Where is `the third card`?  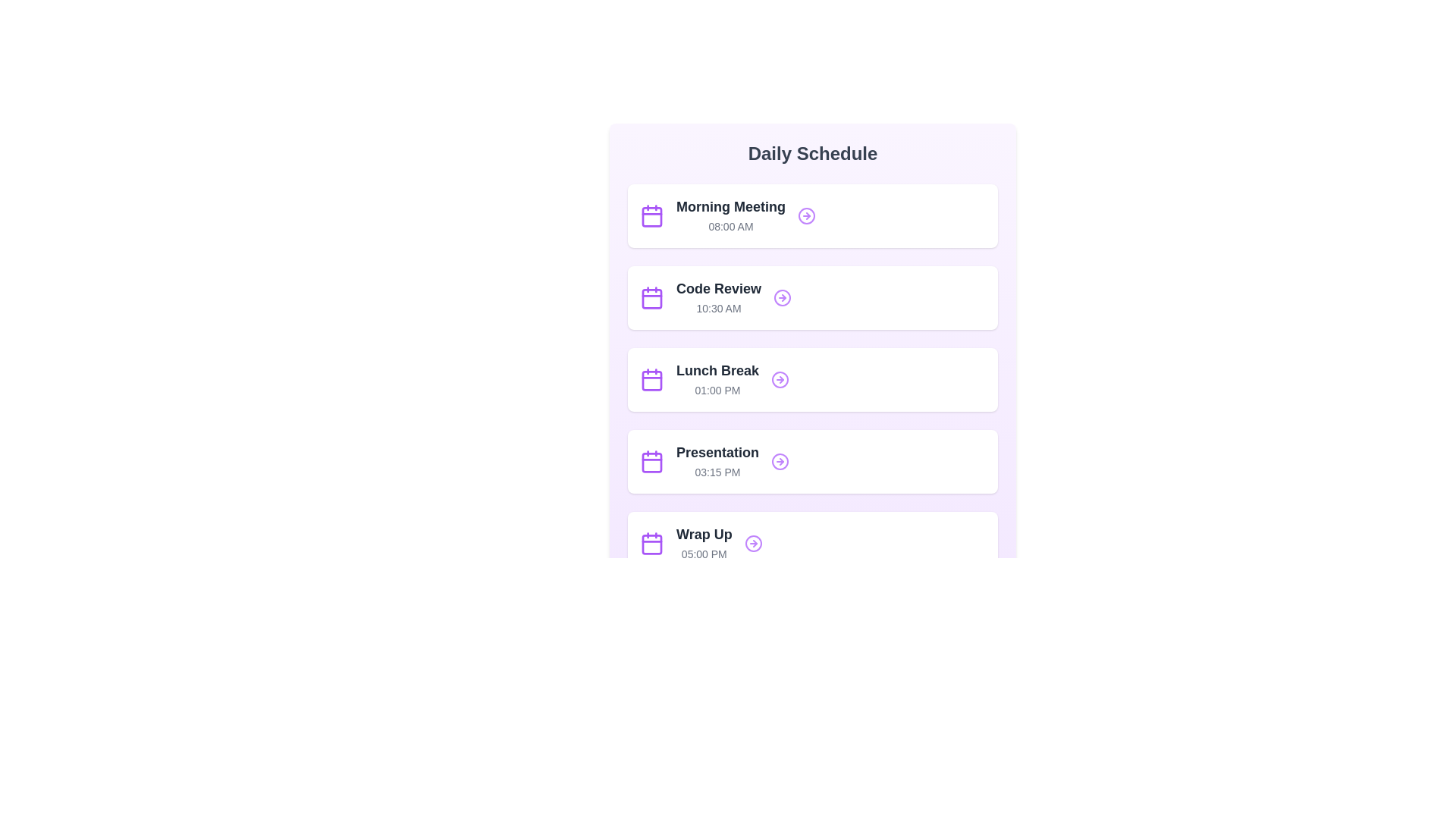
the third card is located at coordinates (811, 379).